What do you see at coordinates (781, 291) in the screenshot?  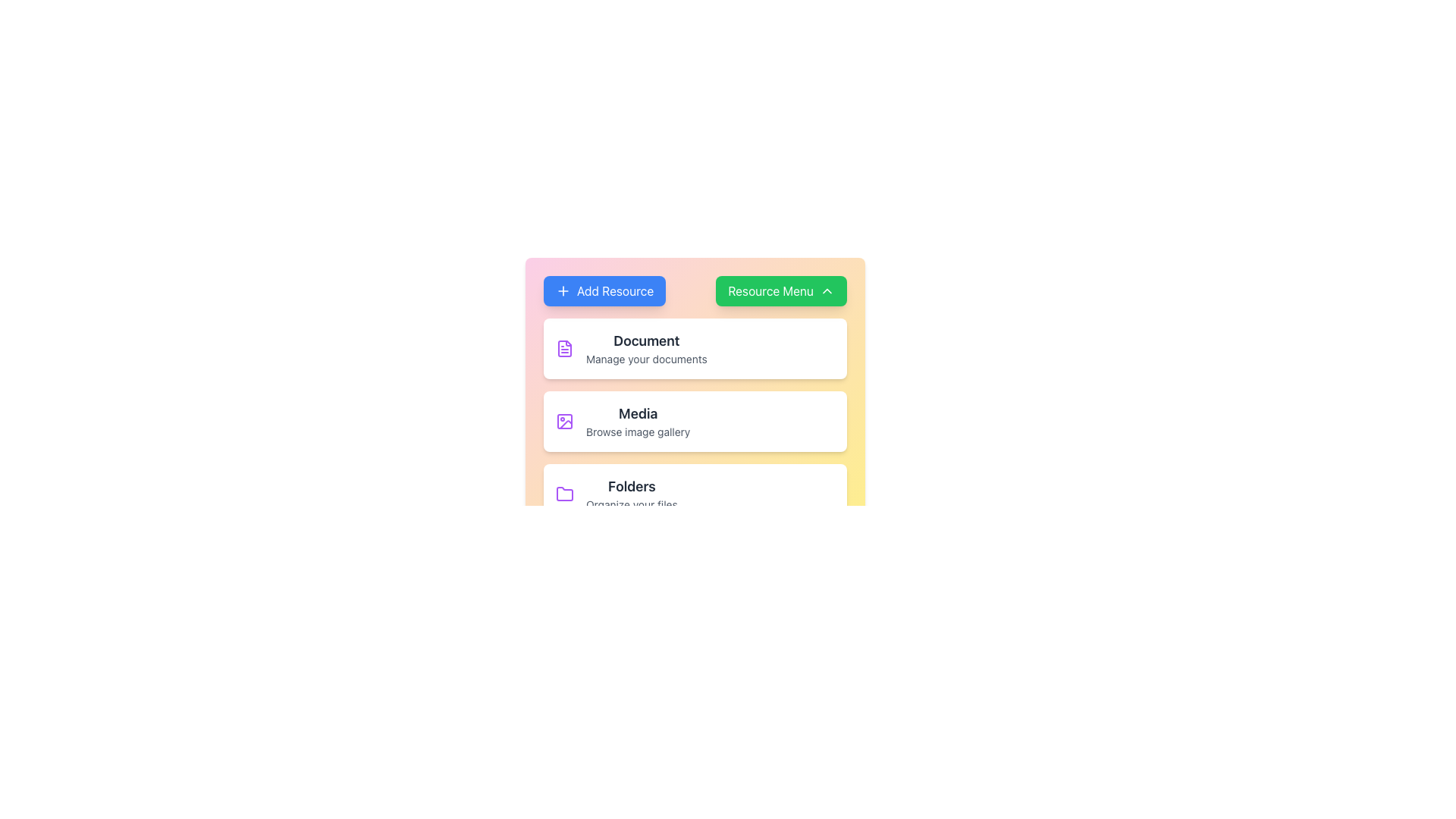 I see `the button located at the top right of the horizontal section, which provides access to a dropdown or navigation menu for resource-related actions` at bounding box center [781, 291].